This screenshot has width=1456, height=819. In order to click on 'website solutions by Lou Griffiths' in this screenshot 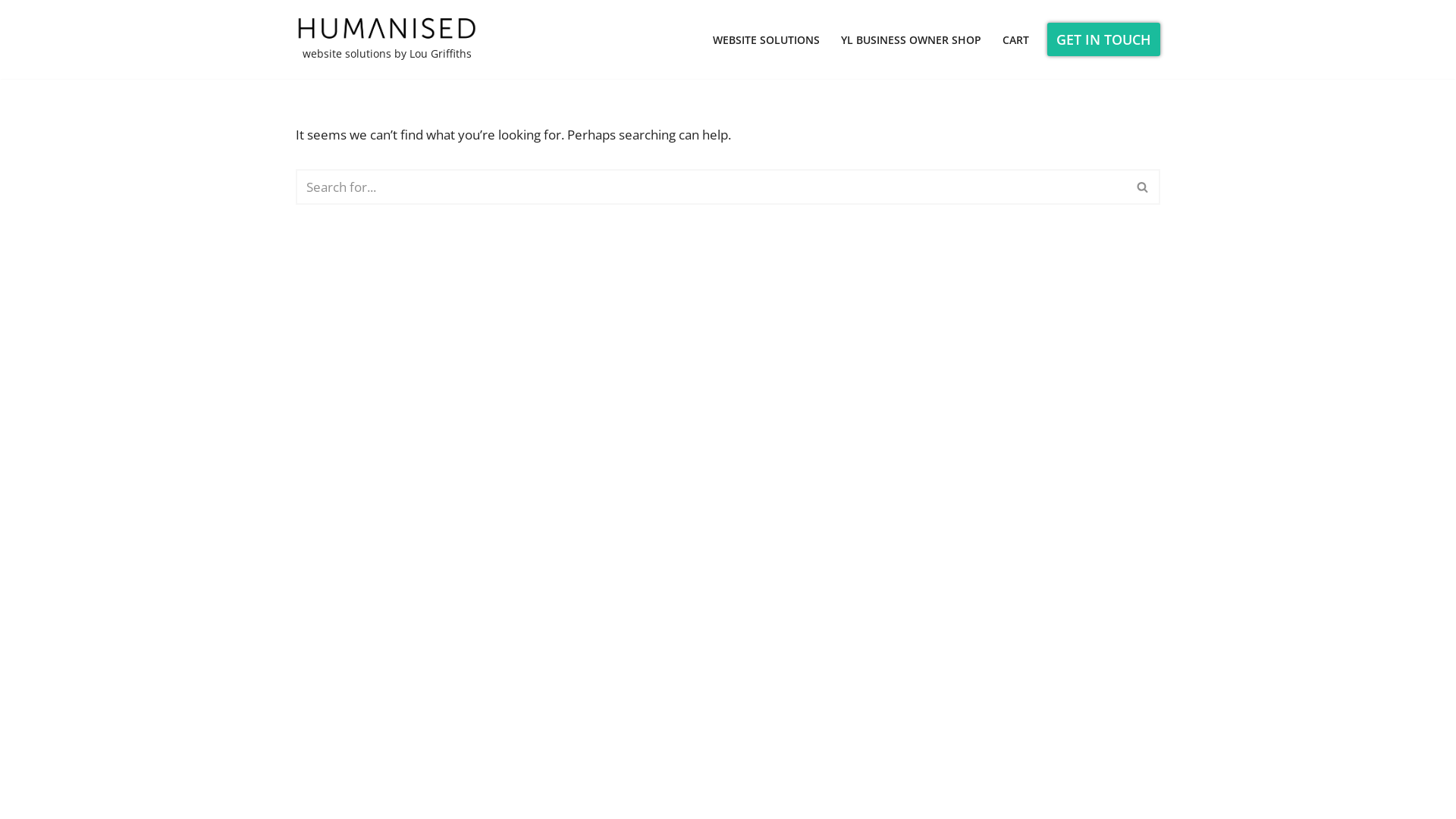, I will do `click(386, 38)`.